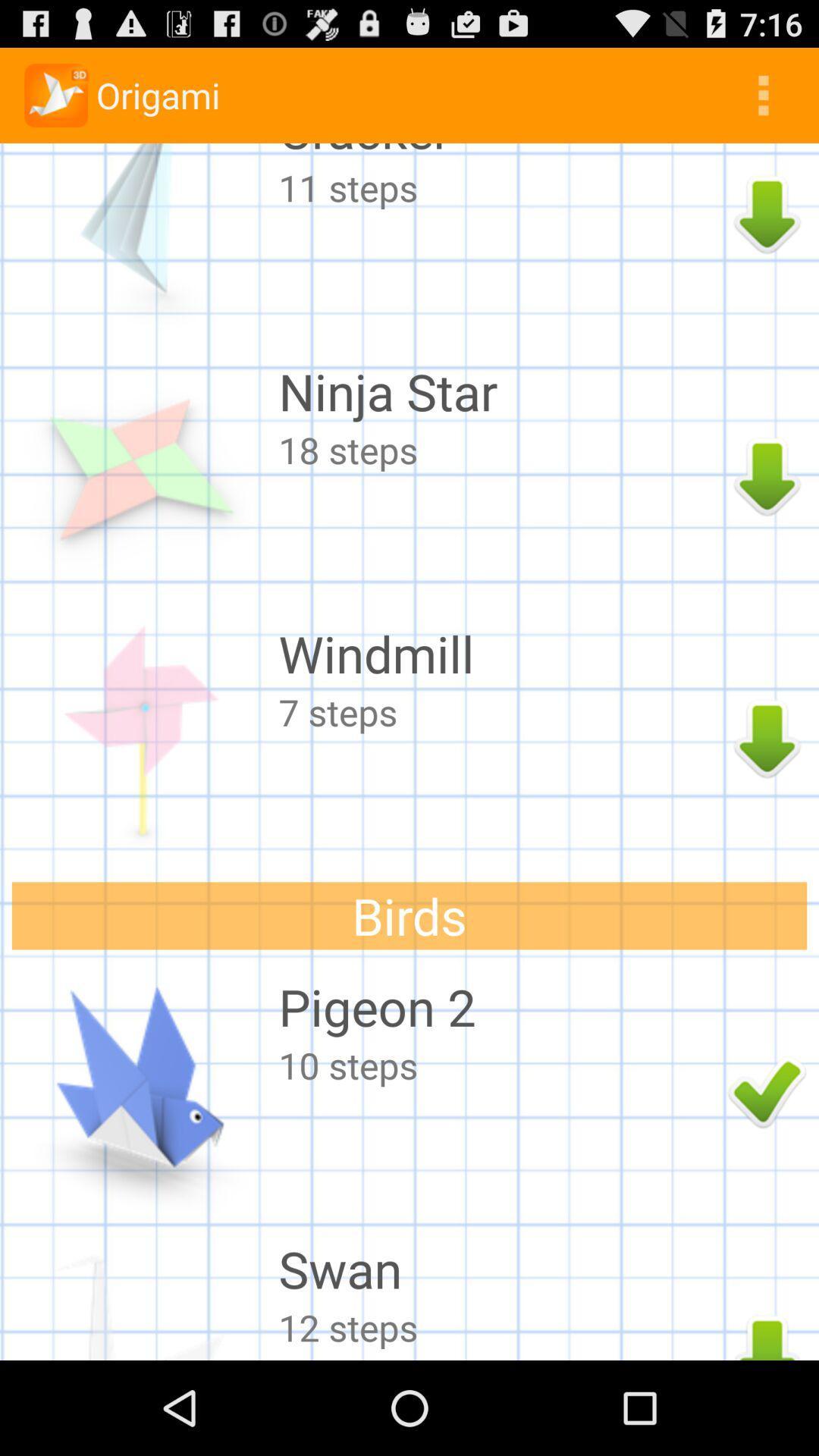  Describe the element at coordinates (499, 1326) in the screenshot. I see `12 steps item` at that location.